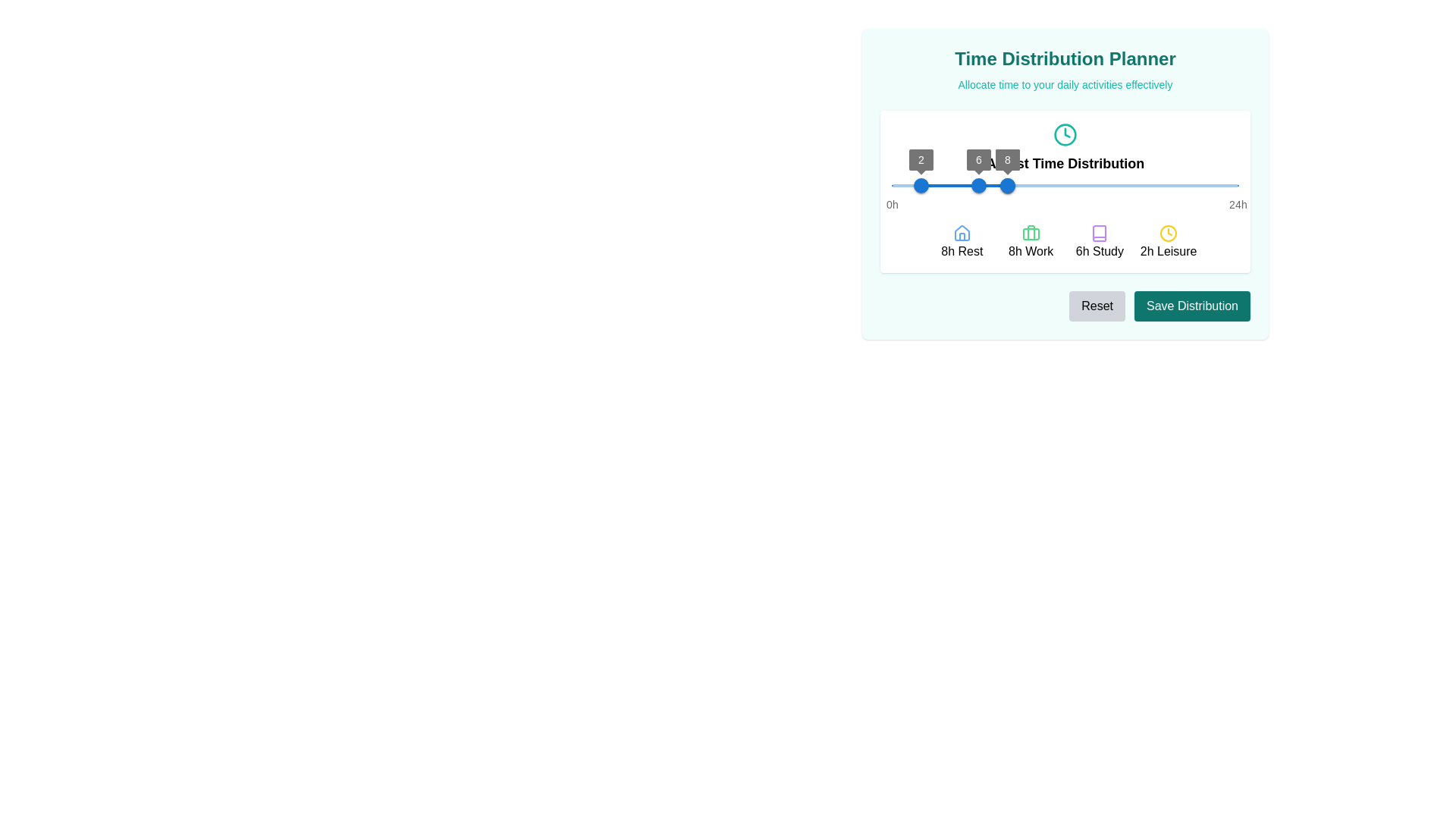 Image resolution: width=1456 pixels, height=819 pixels. What do you see at coordinates (975, 185) in the screenshot?
I see `the time slider` at bounding box center [975, 185].